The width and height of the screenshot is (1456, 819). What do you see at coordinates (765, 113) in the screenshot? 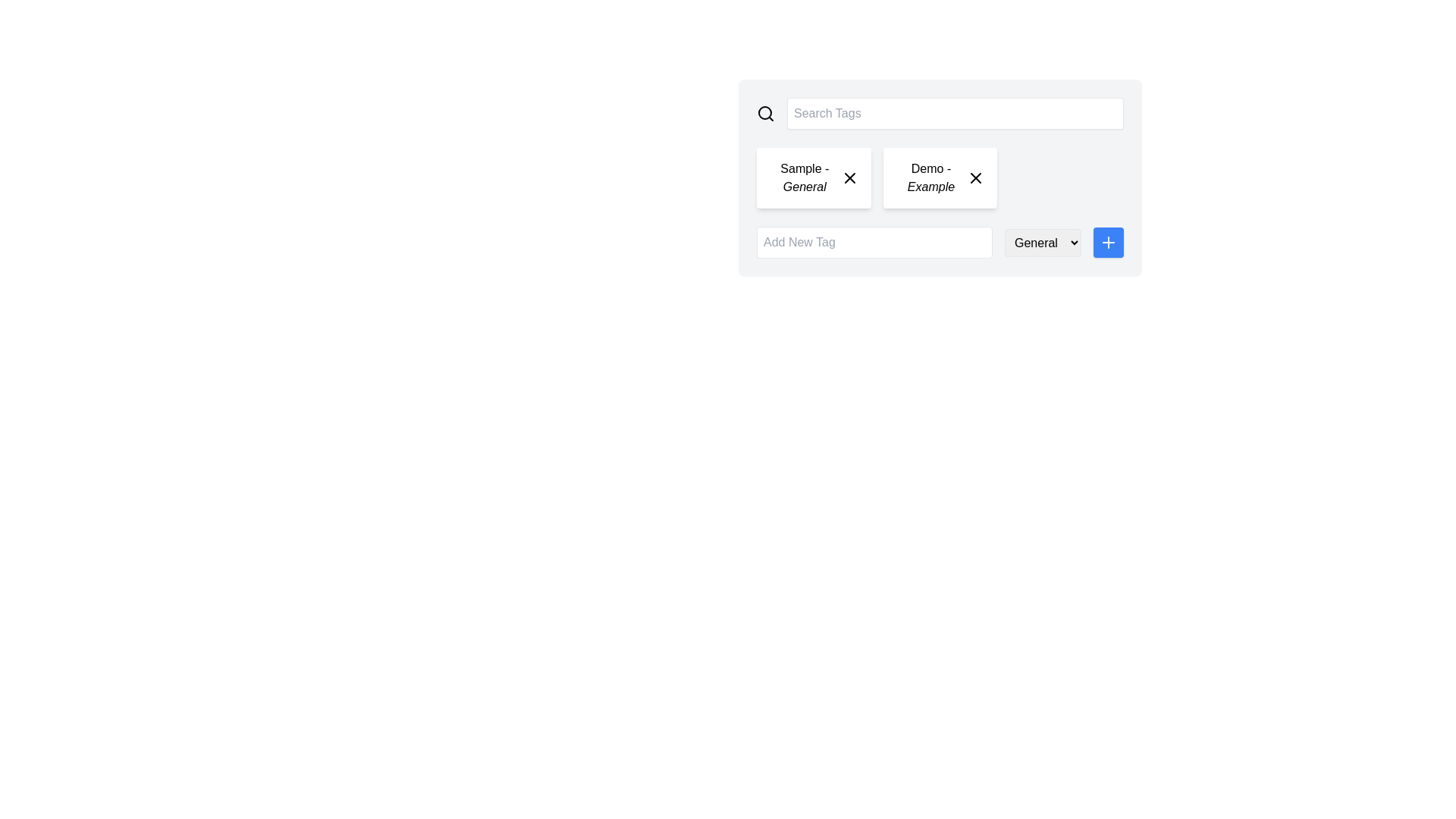
I see `the magnifying glass icon on the leftmost side of the UI to initiate a search` at bounding box center [765, 113].